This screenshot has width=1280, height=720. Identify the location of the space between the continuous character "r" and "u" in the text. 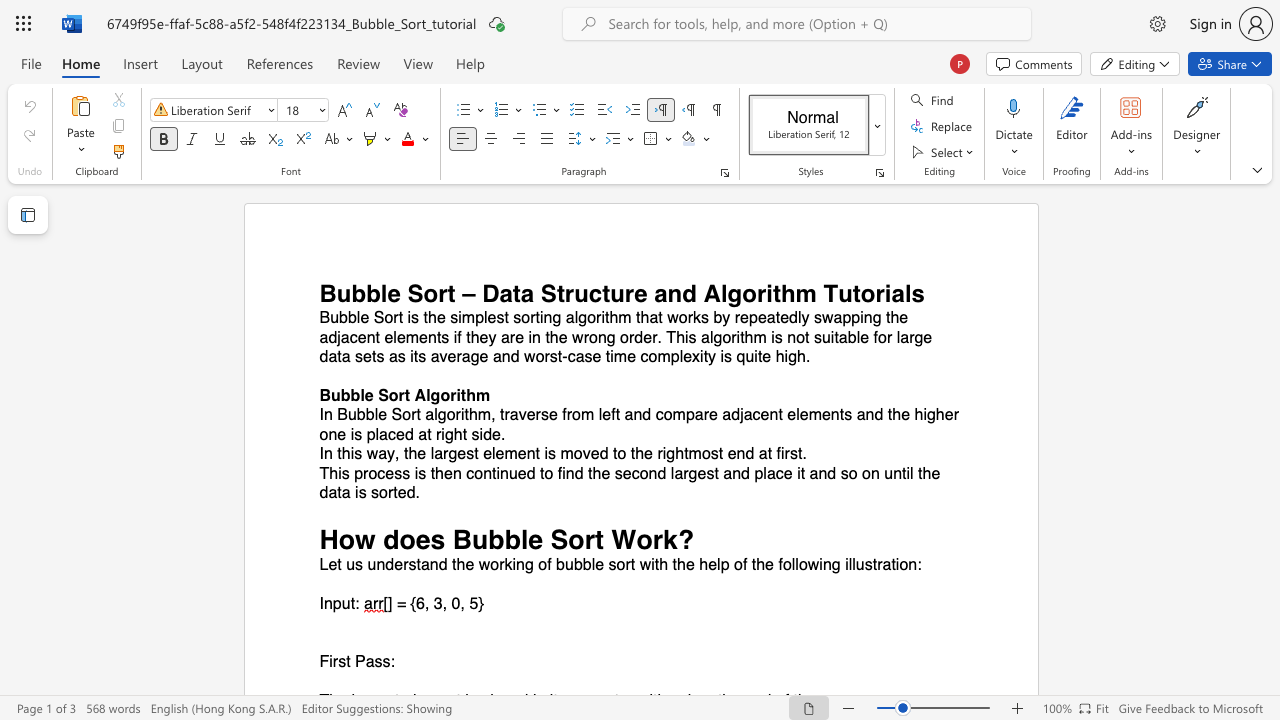
(574, 293).